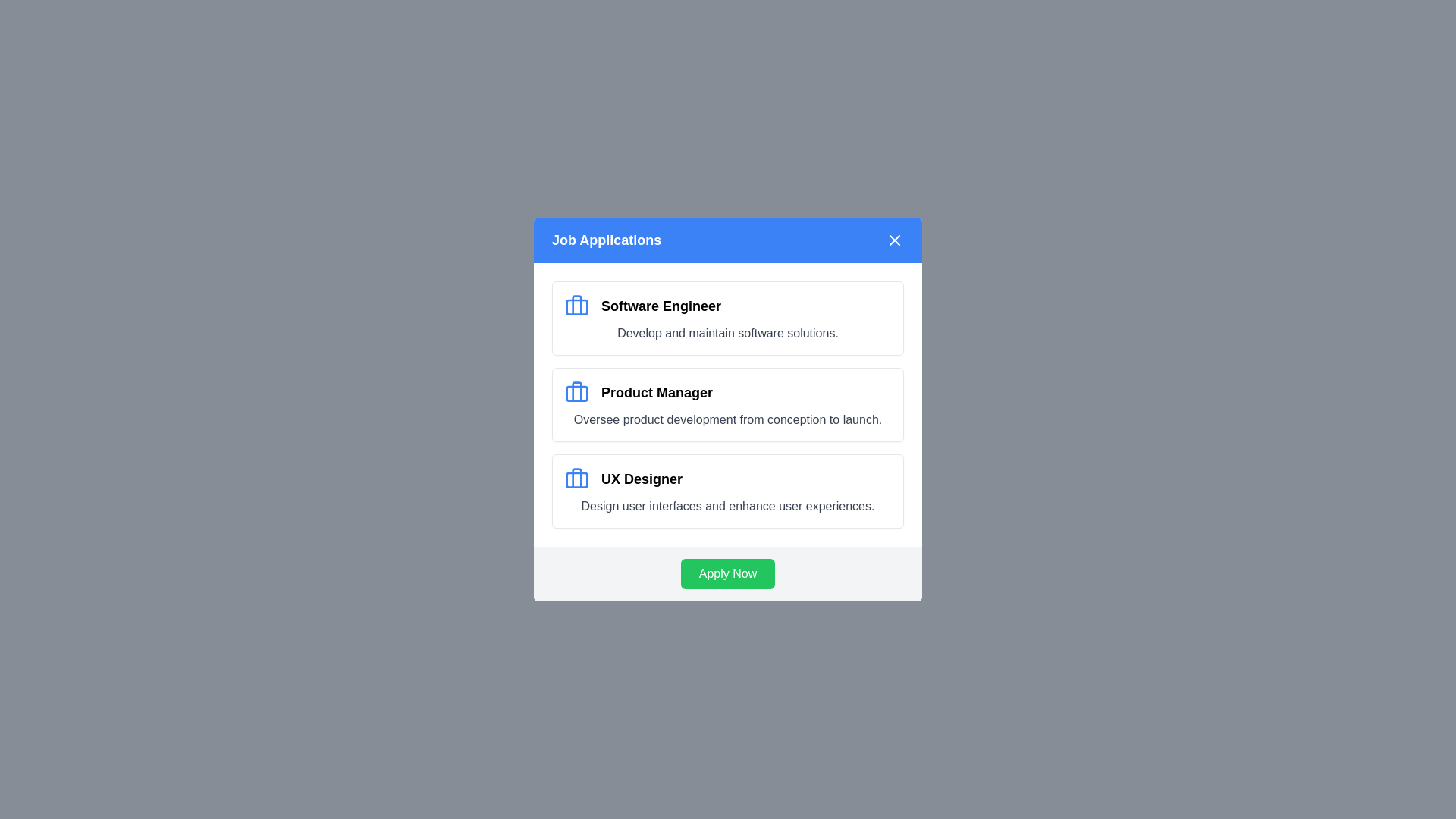 This screenshot has height=819, width=1456. What do you see at coordinates (657, 391) in the screenshot?
I see `the 'Product Manager' title text, which is bold and larger, displayed prominently within the second card of the job list in the modal` at bounding box center [657, 391].